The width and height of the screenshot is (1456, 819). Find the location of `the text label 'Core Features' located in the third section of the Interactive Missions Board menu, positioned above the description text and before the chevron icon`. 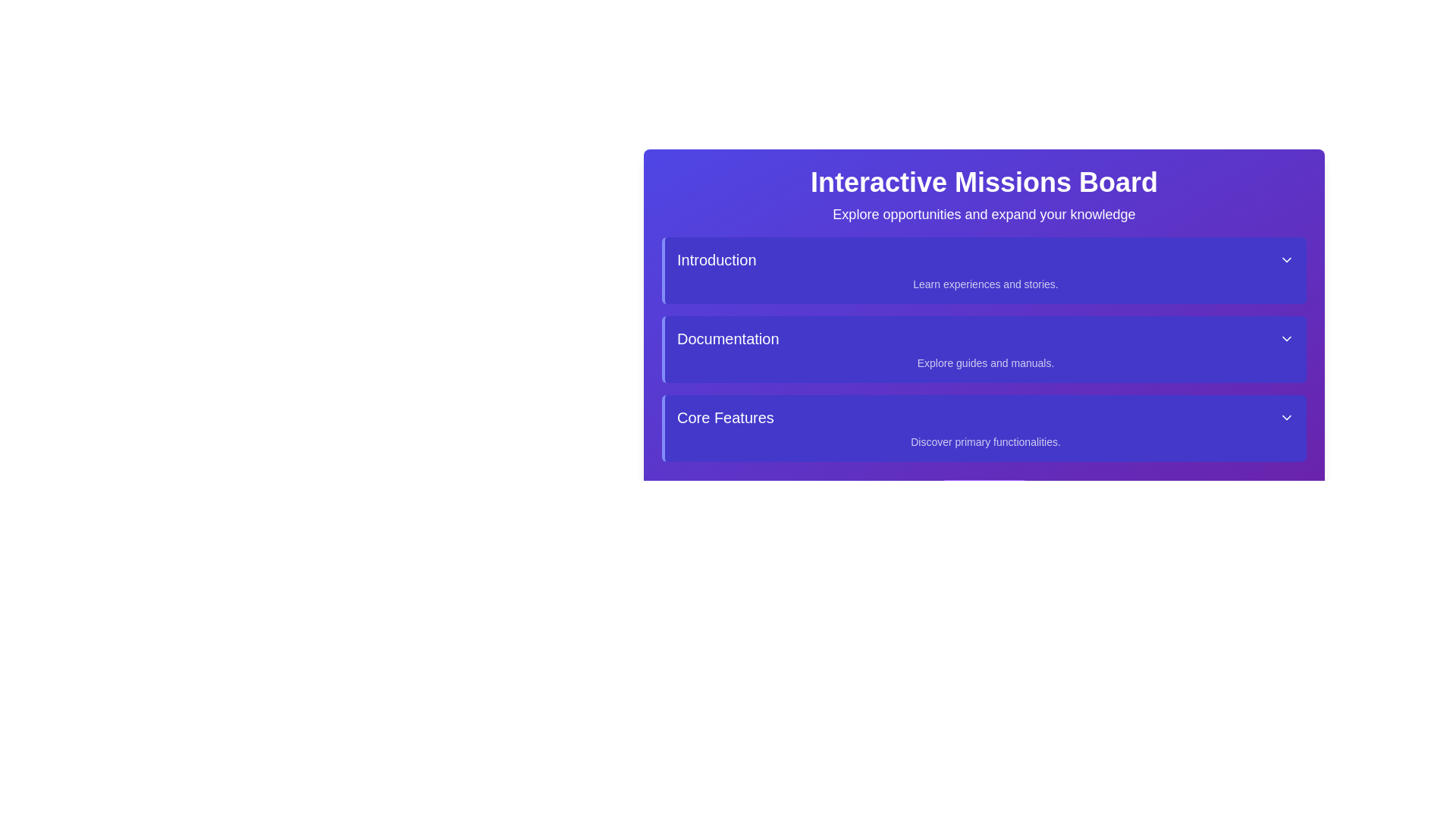

the text label 'Core Features' located in the third section of the Interactive Missions Board menu, positioned above the description text and before the chevron icon is located at coordinates (724, 418).